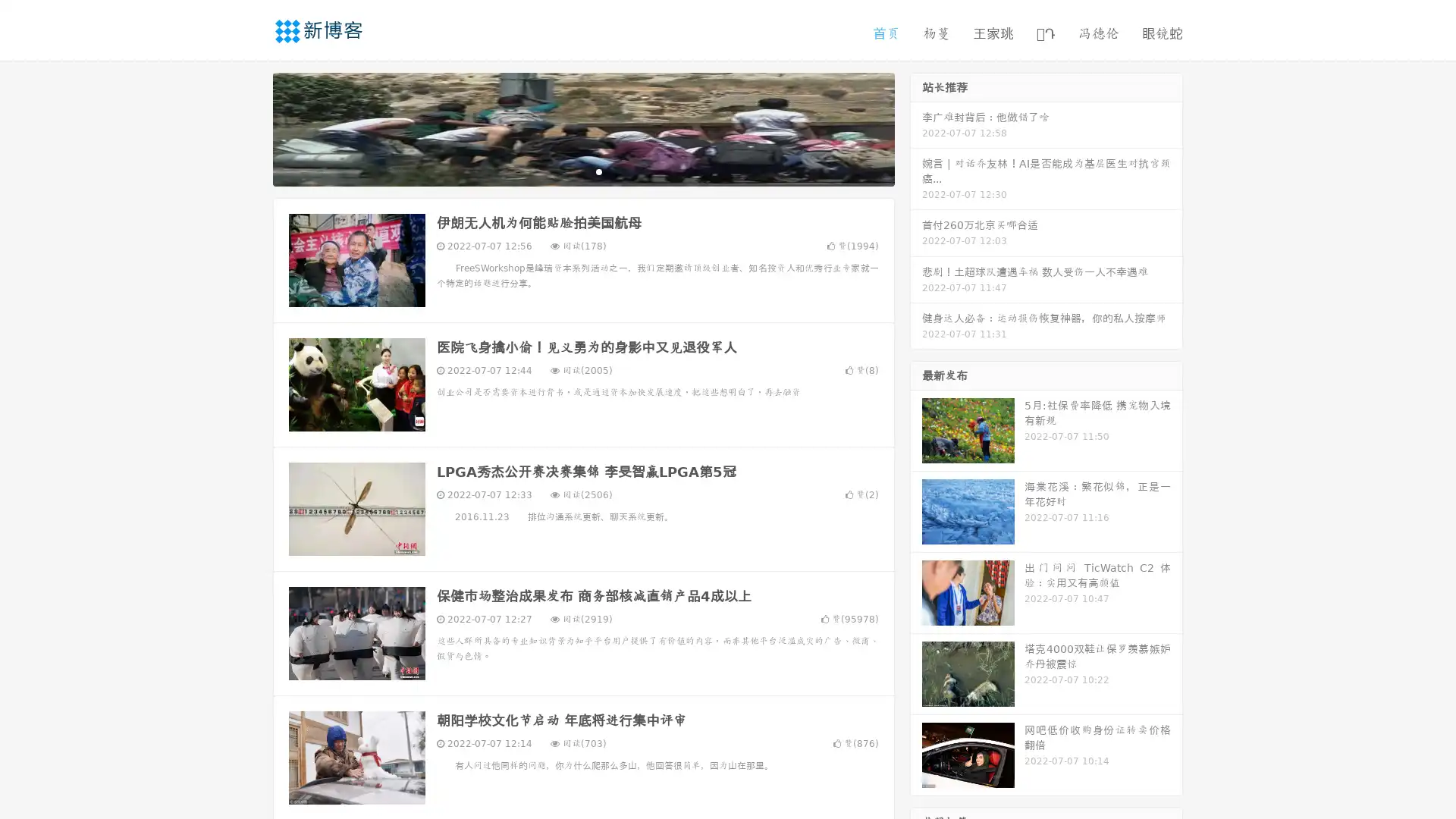  I want to click on Go to slide 1, so click(567, 171).